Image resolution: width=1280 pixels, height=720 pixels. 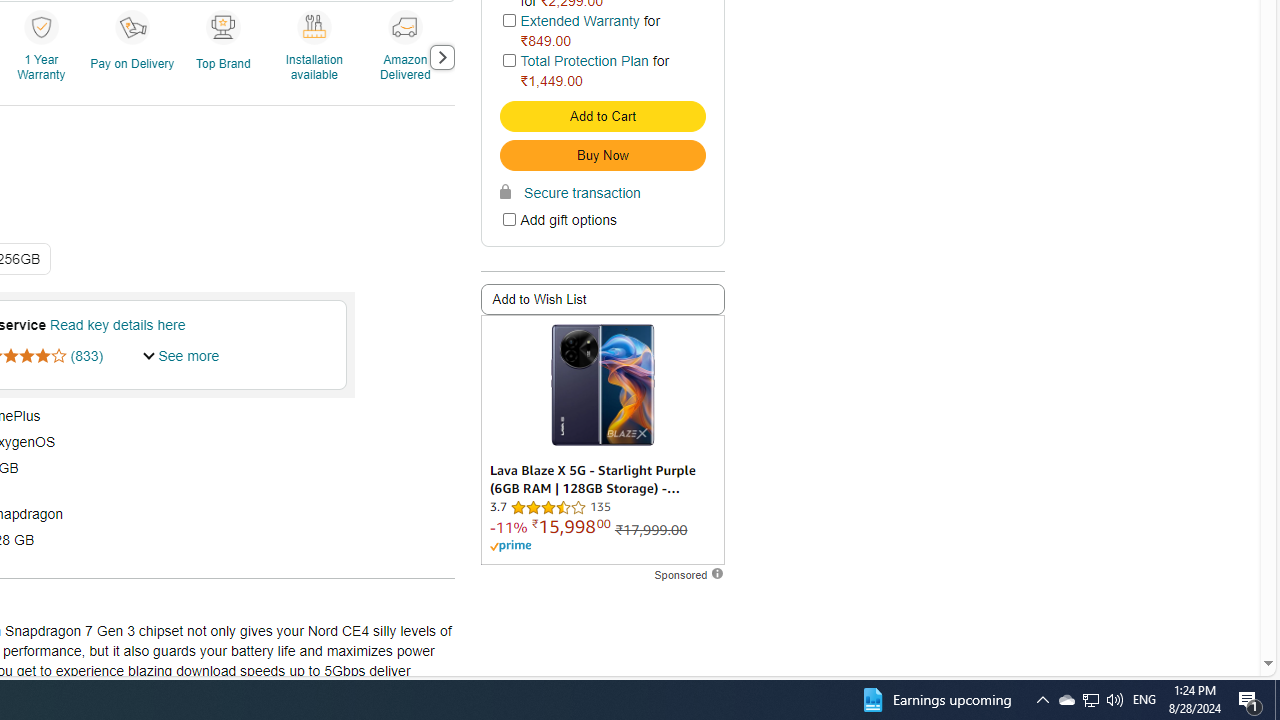 What do you see at coordinates (114, 323) in the screenshot?
I see `' Read key details here'` at bounding box center [114, 323].